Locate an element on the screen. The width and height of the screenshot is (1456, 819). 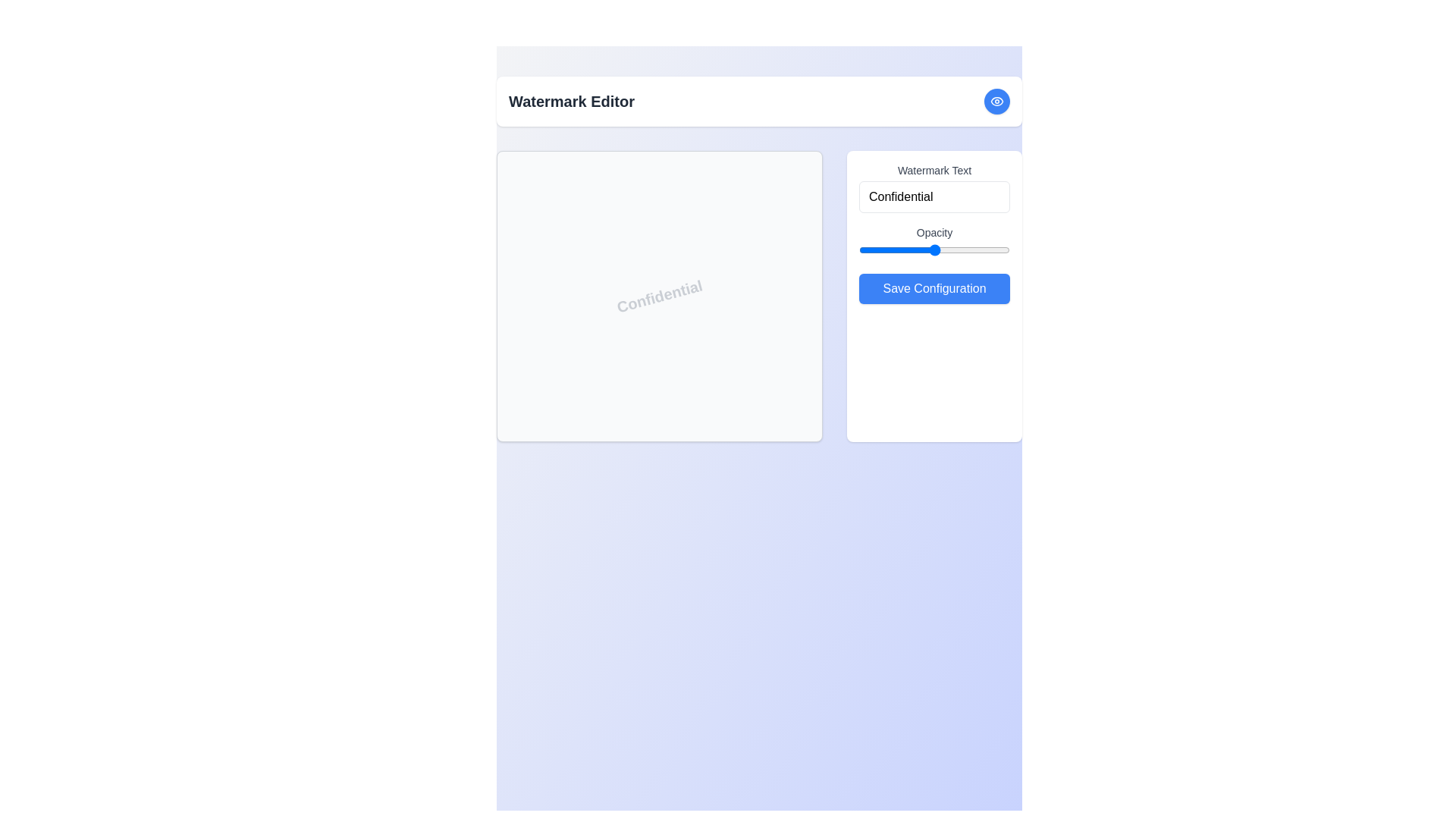
the eye-shaped icon located within the blue circular button in the top-right corner of the interface is located at coordinates (997, 102).